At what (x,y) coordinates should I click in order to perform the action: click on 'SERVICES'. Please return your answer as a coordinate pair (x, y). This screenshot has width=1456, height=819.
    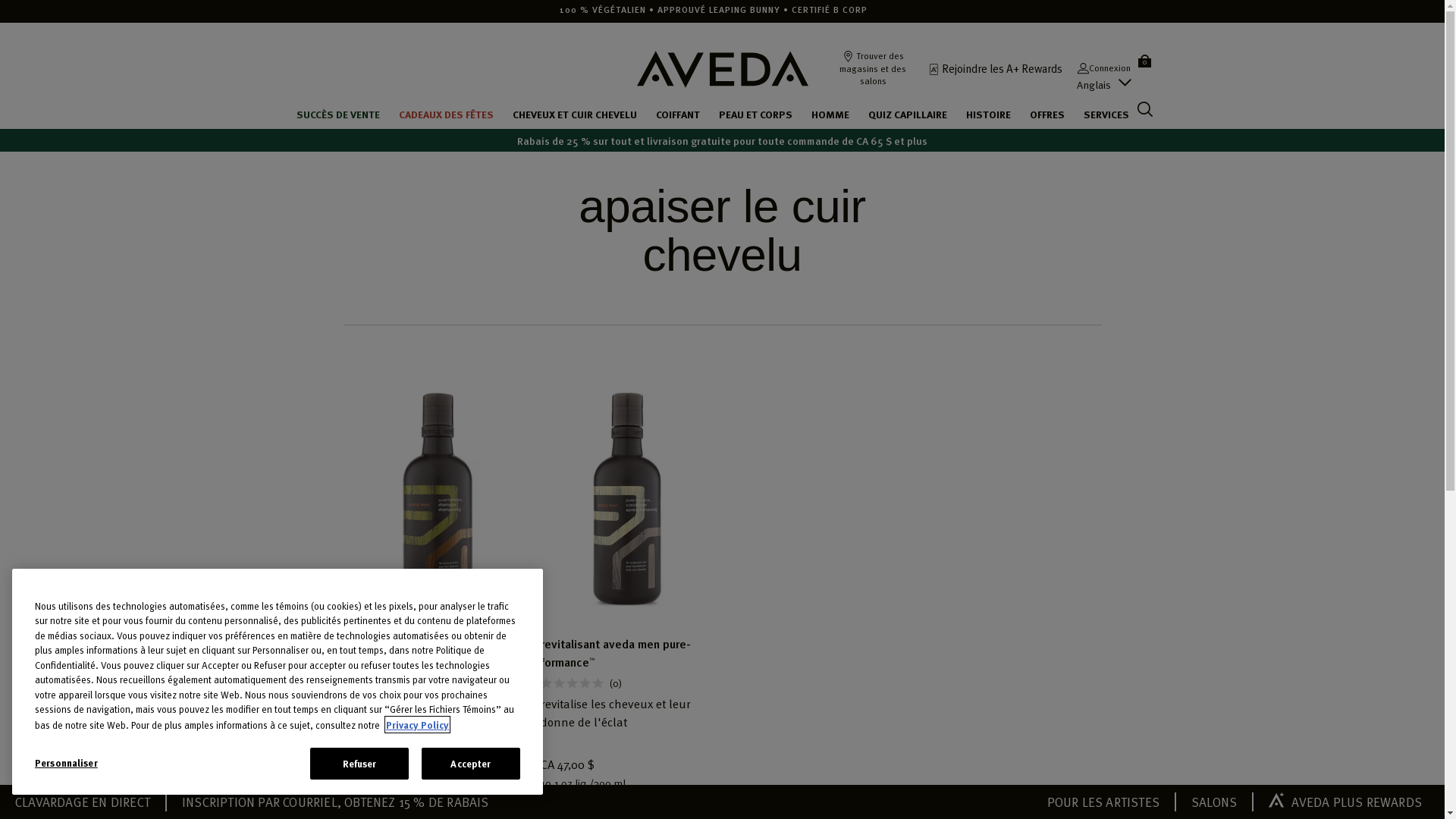
    Looking at the image, I should click on (1106, 113).